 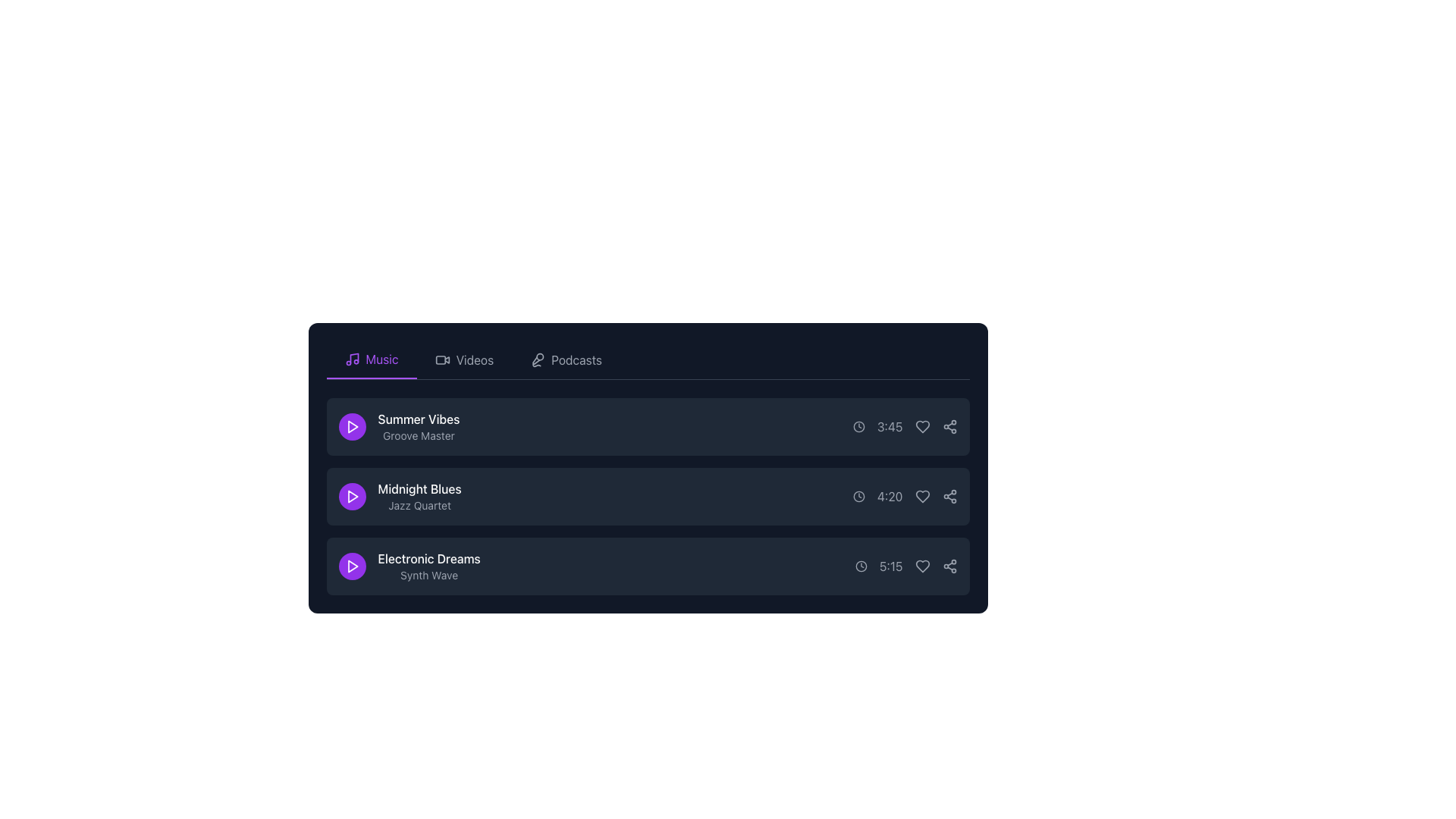 I want to click on the title and artist text of the first song entry, so click(x=399, y=427).